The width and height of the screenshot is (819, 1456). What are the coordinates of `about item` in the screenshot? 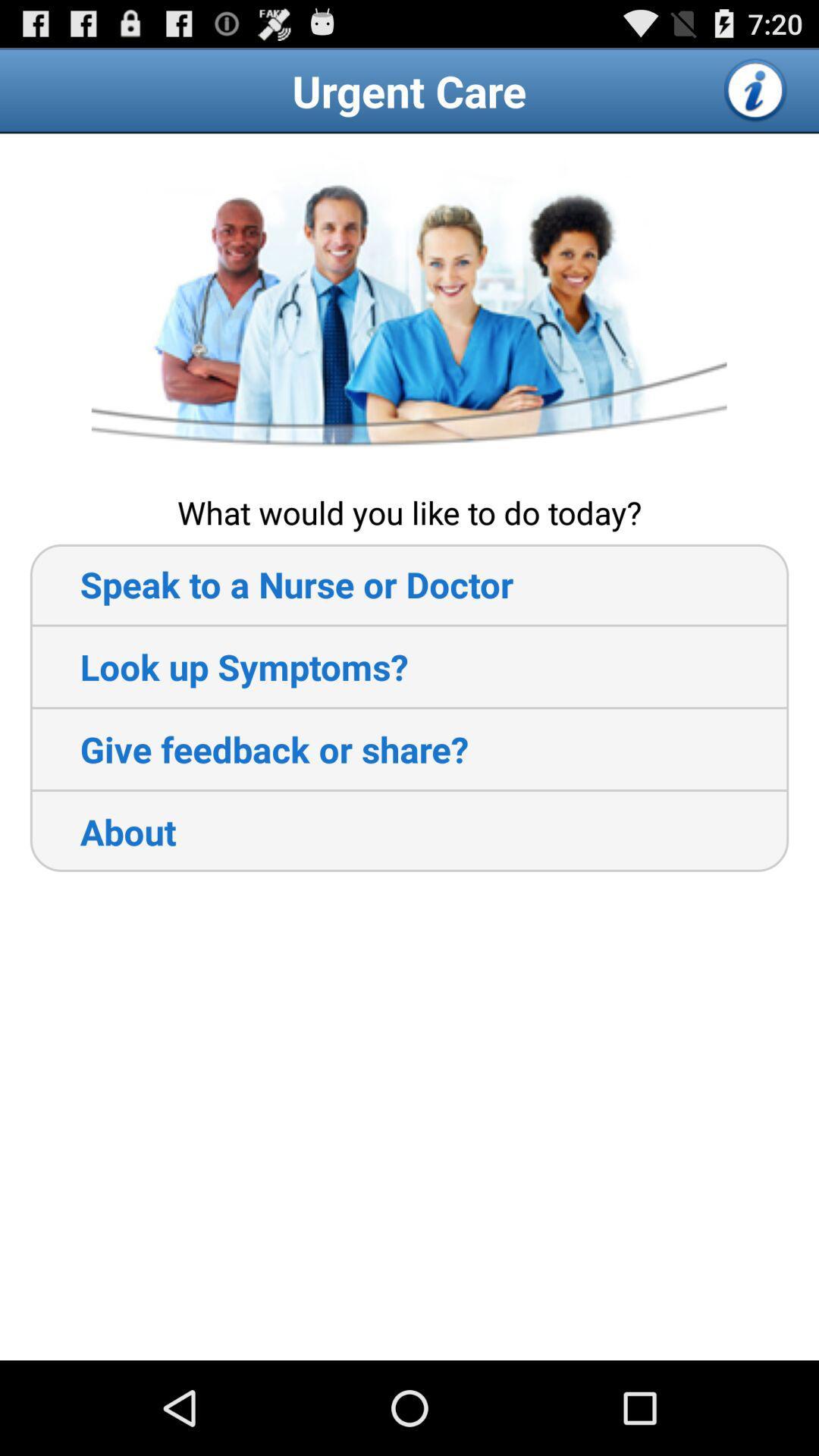 It's located at (102, 830).